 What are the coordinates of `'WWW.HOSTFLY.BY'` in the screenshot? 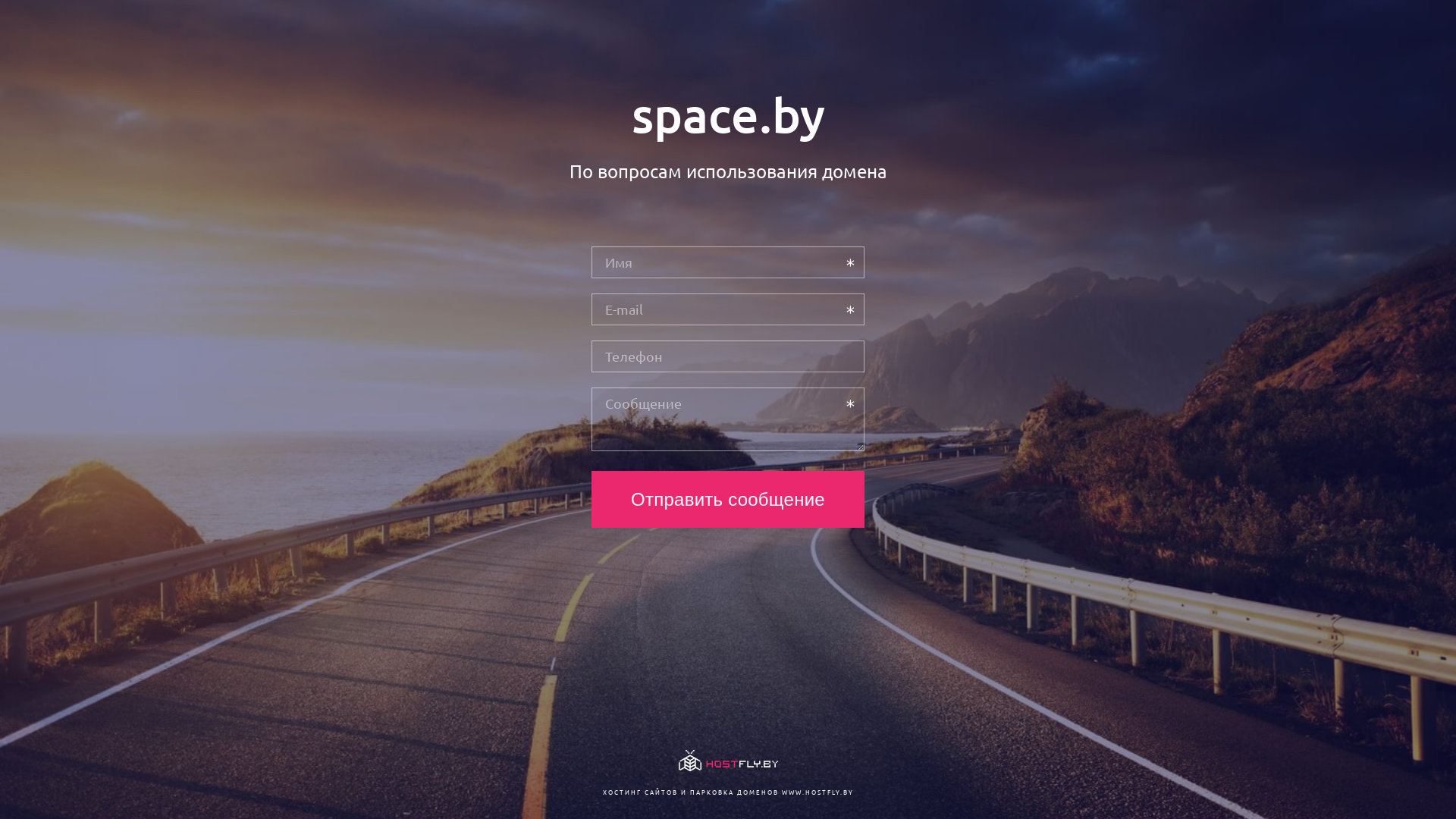 It's located at (816, 791).